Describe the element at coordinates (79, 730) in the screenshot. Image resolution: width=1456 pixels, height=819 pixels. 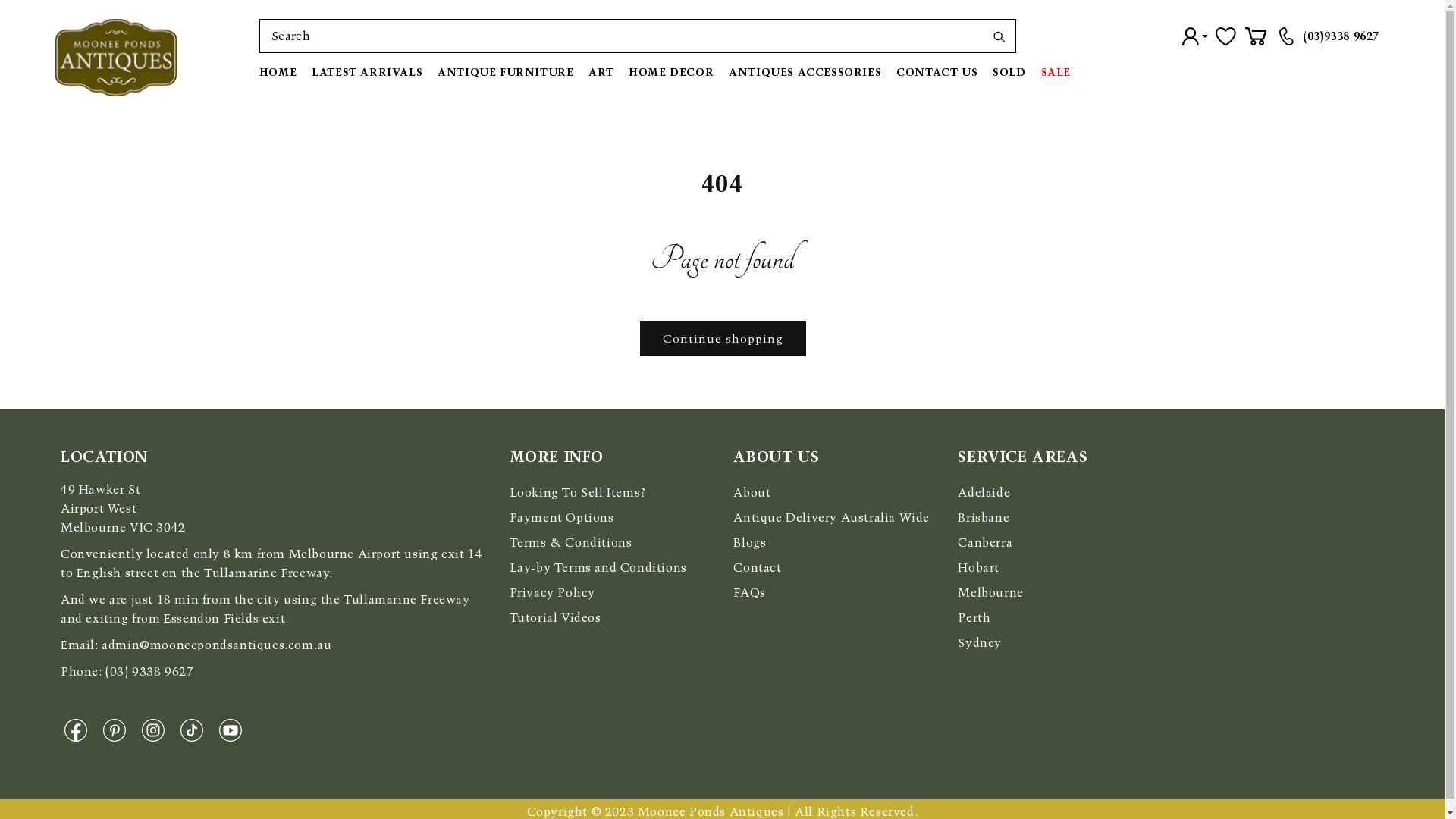
I see `'Facebook'` at that location.